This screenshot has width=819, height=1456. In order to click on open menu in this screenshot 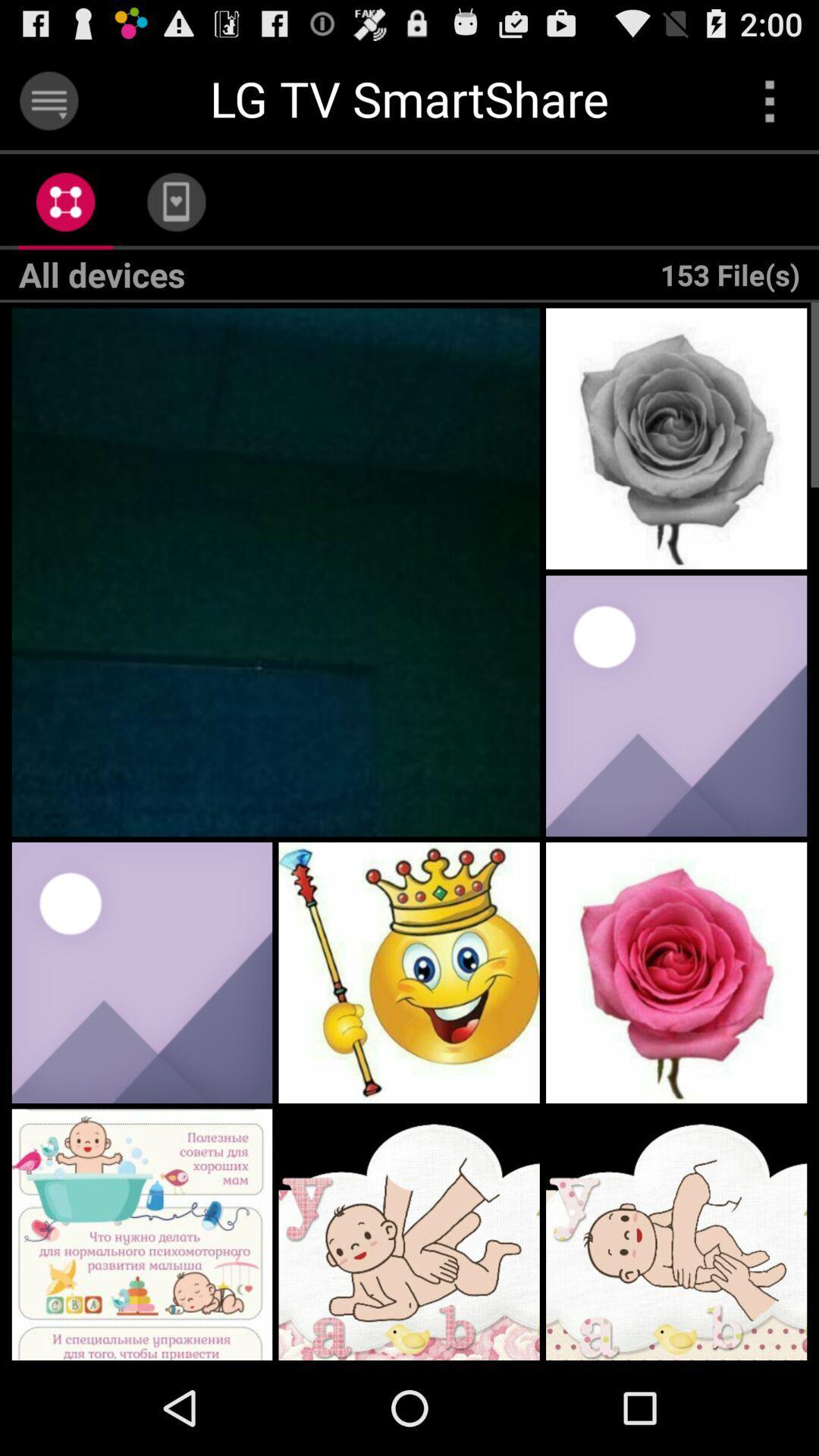, I will do `click(48, 100)`.